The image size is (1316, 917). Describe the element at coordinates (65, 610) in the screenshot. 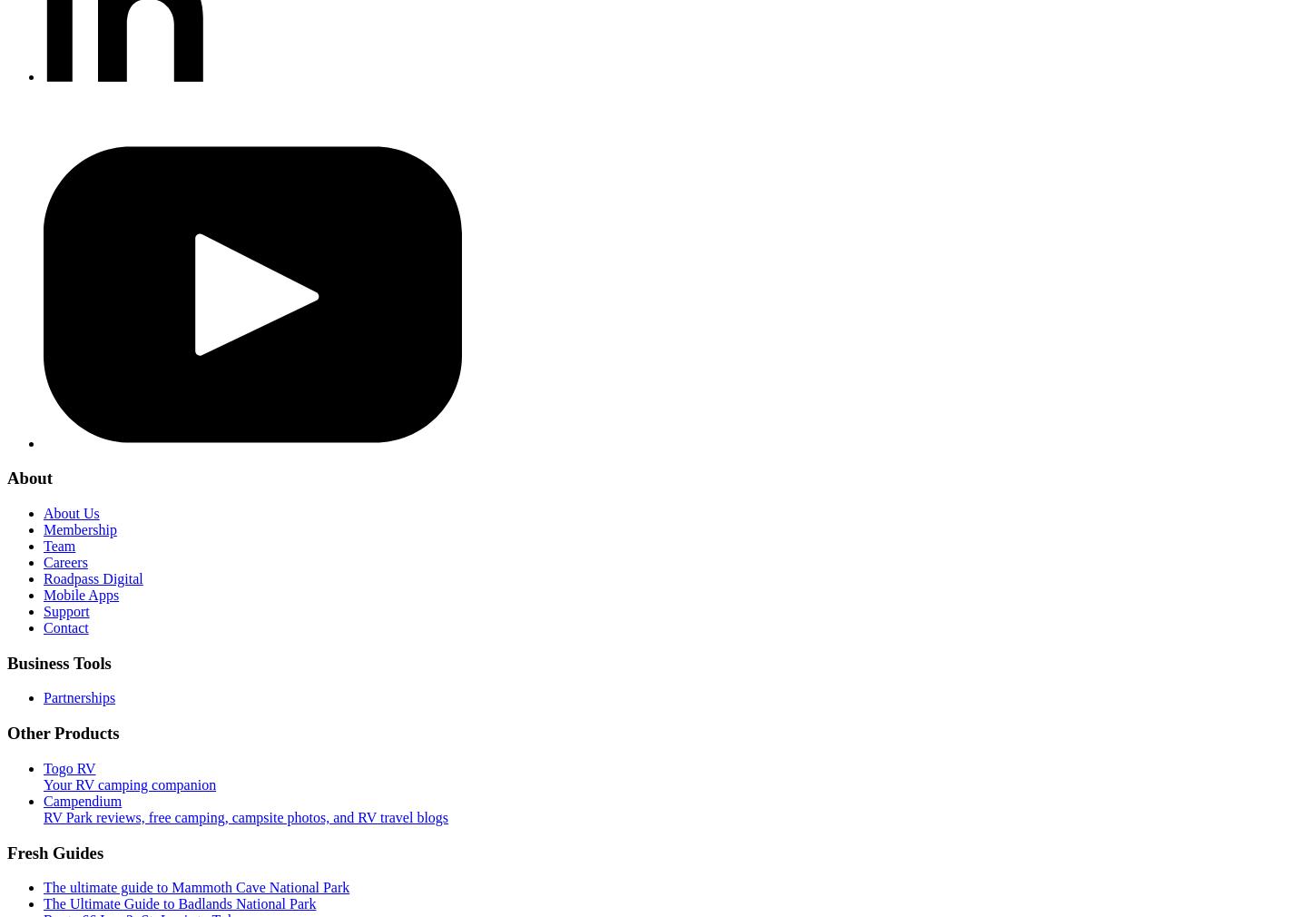

I see `'Support'` at that location.